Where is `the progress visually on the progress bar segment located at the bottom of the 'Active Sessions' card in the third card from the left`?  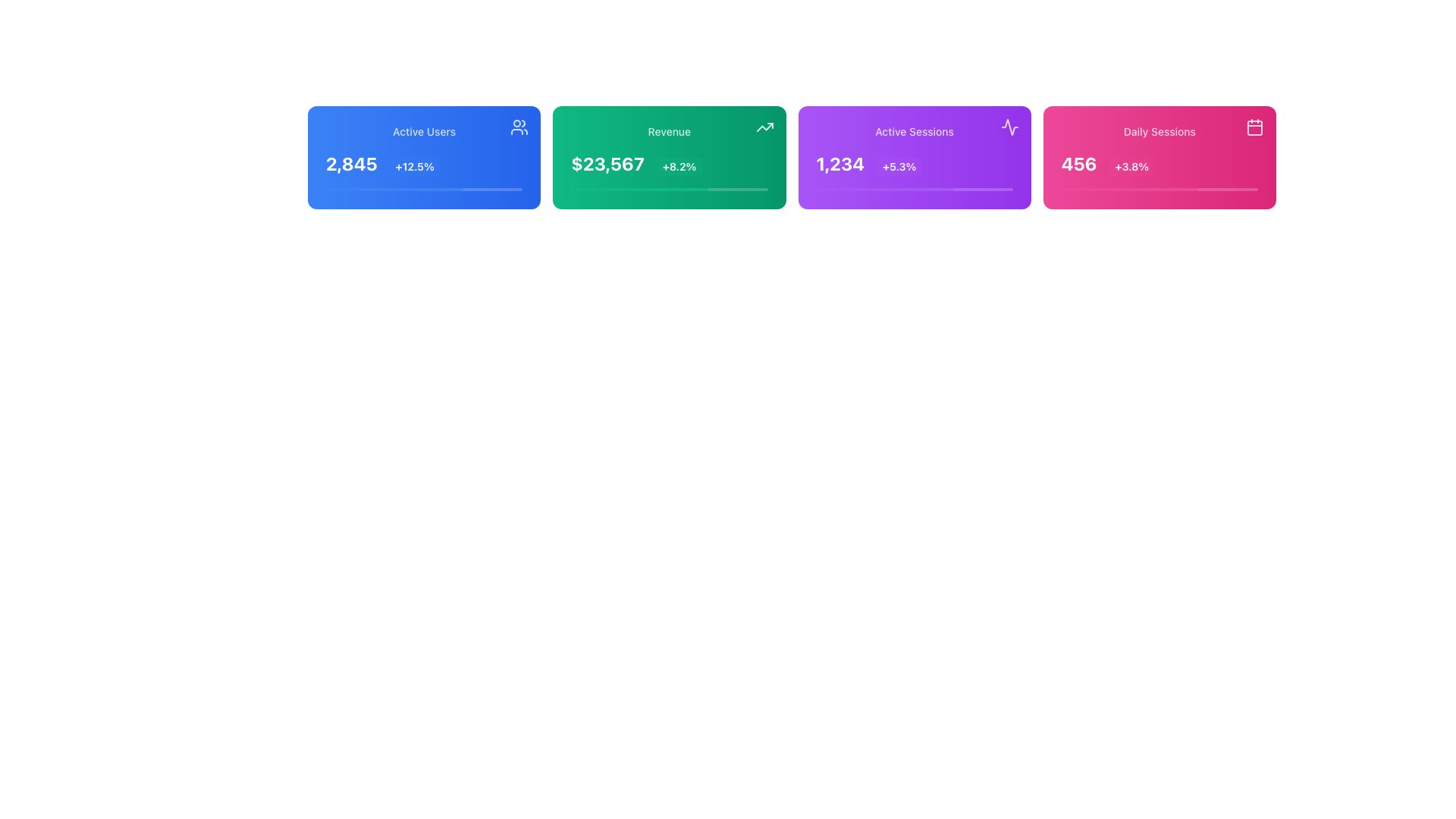
the progress visually on the progress bar segment located at the bottom of the 'Active Sessions' card in the third card from the left is located at coordinates (885, 189).